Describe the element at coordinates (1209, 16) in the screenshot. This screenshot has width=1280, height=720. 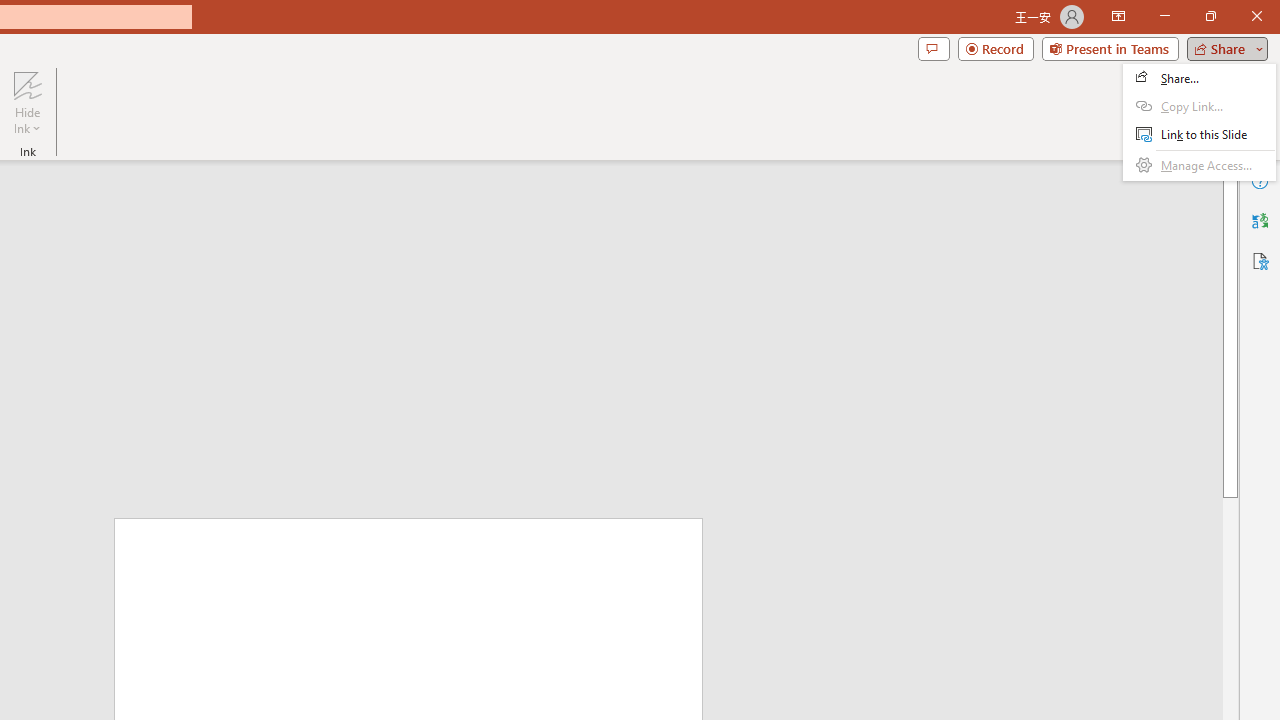
I see `'Restore Down'` at that location.